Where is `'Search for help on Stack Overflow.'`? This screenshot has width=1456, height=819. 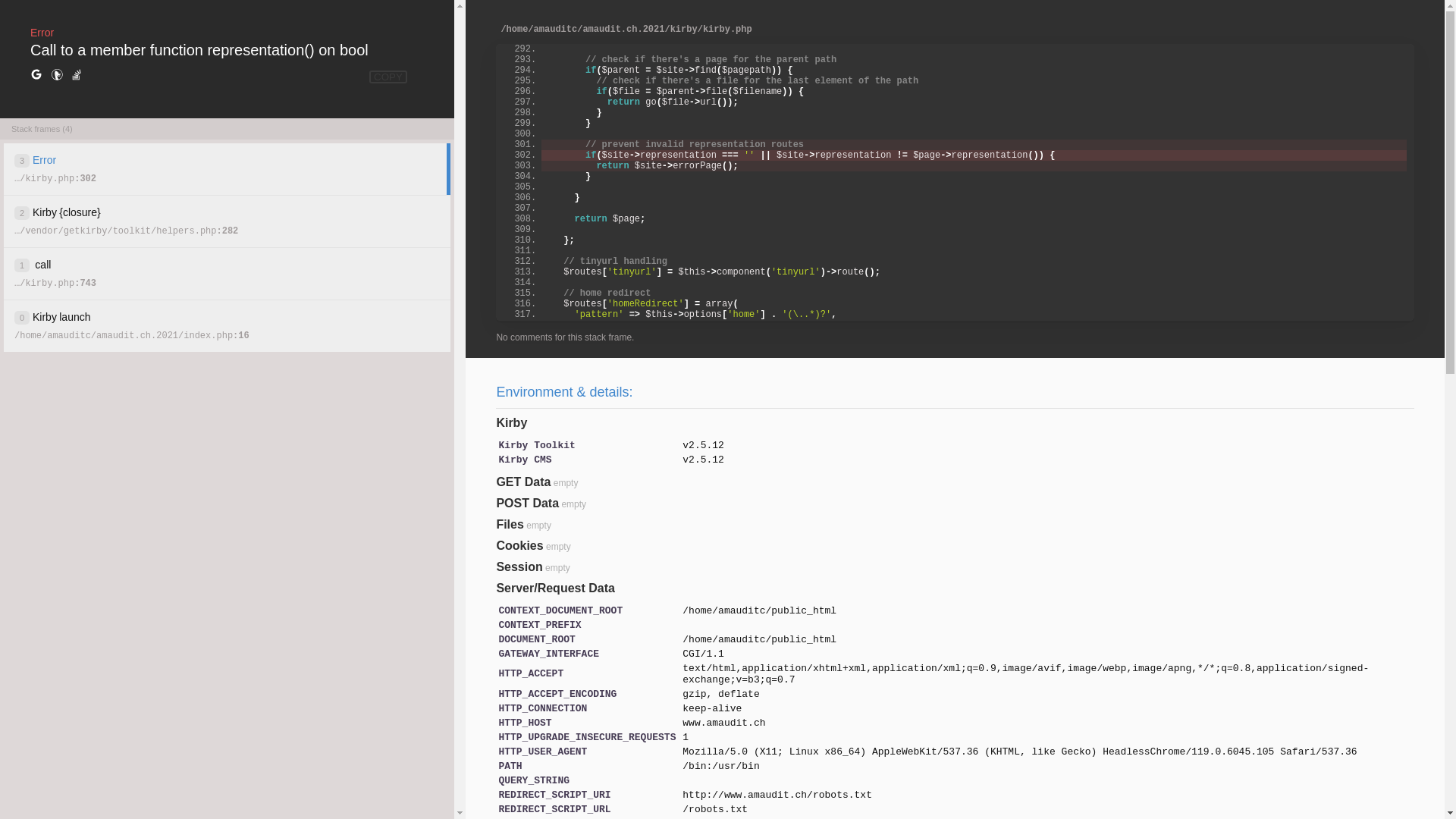 'Search for help on Stack Overflow.' is located at coordinates (75, 75).